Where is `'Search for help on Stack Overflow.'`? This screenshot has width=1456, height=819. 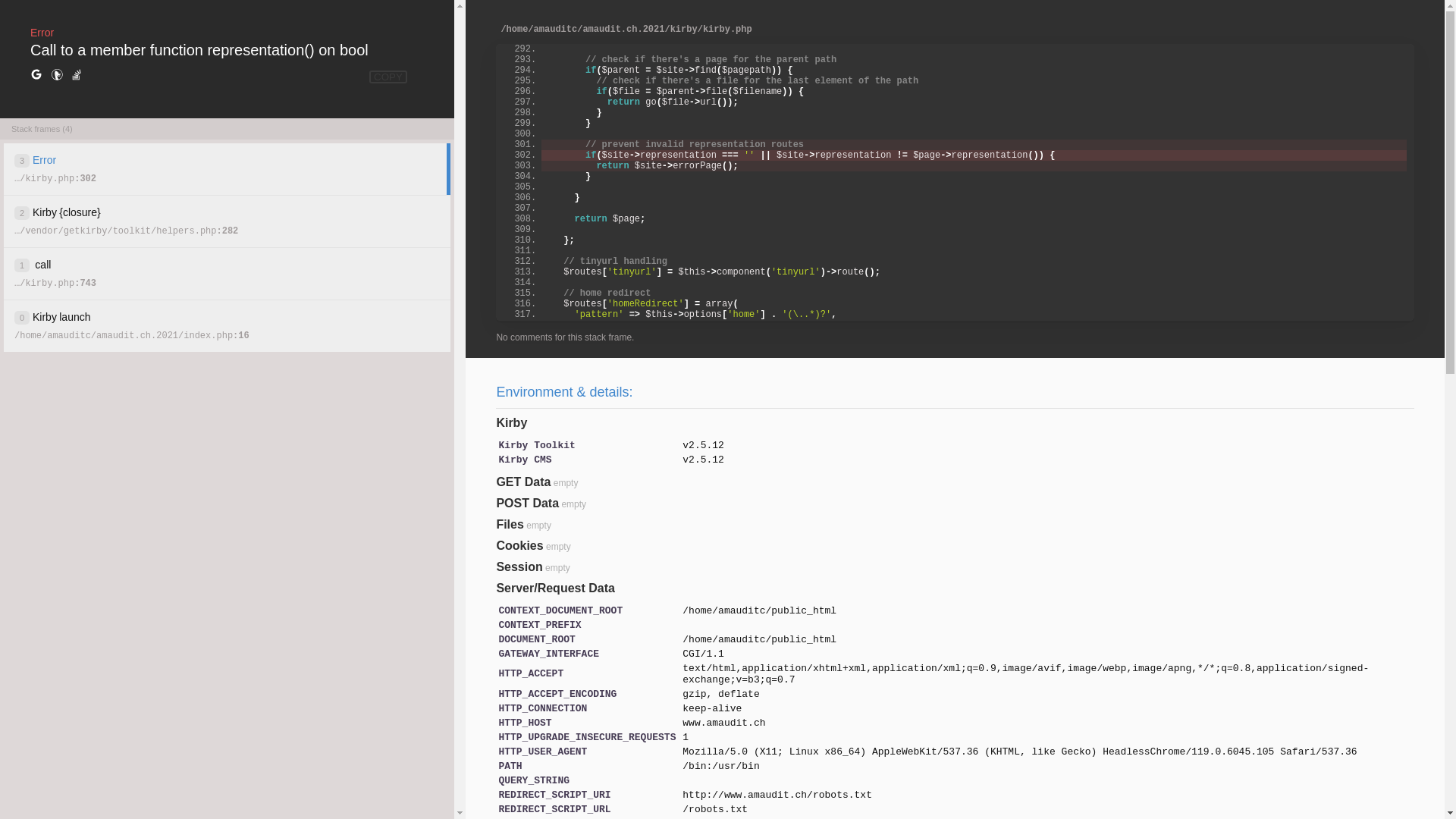 'Search for help on Stack Overflow.' is located at coordinates (75, 75).